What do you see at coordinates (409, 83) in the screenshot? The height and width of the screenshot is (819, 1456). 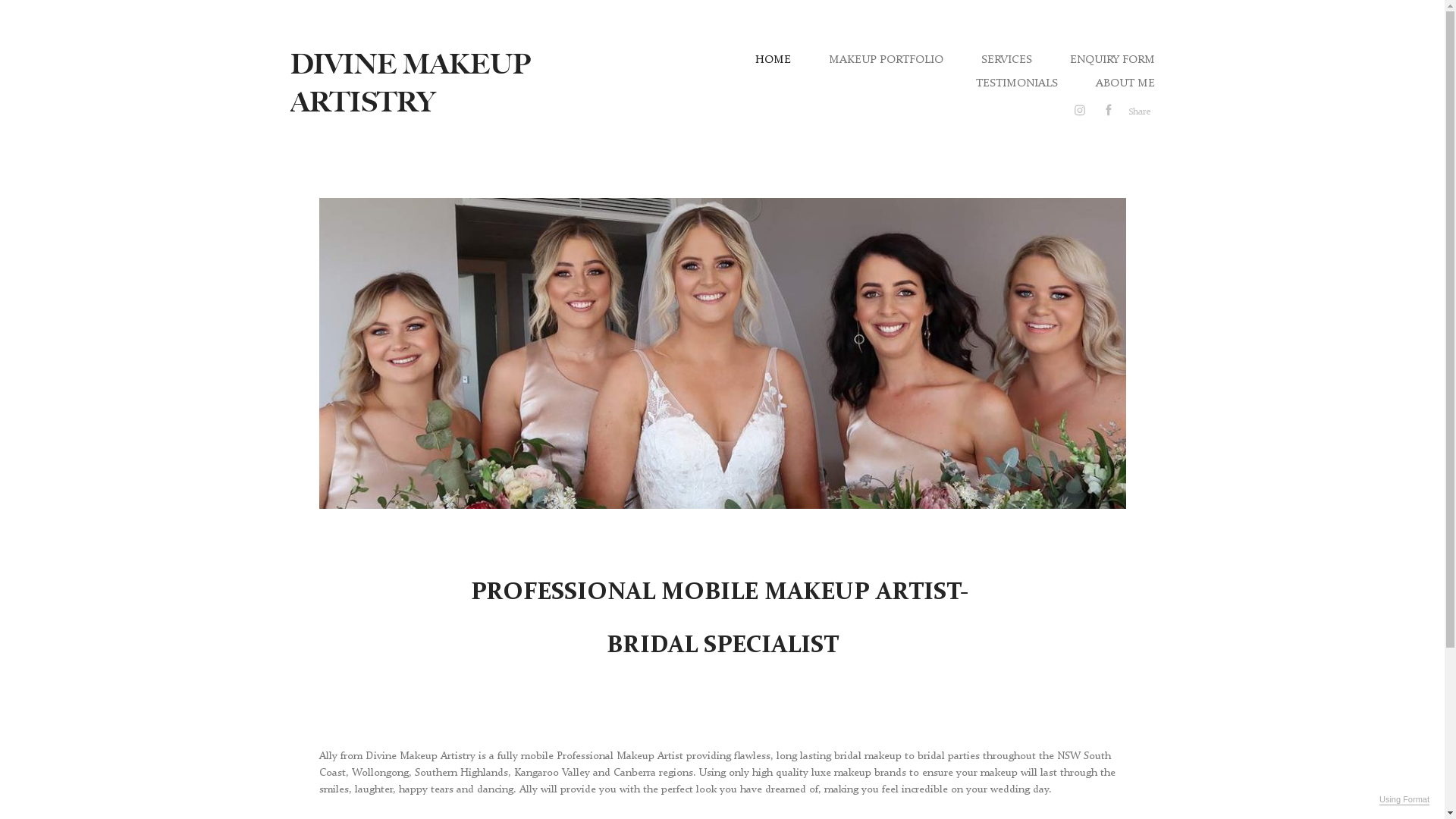 I see `'DIVINE MAKEUP ARTISTRY'` at bounding box center [409, 83].